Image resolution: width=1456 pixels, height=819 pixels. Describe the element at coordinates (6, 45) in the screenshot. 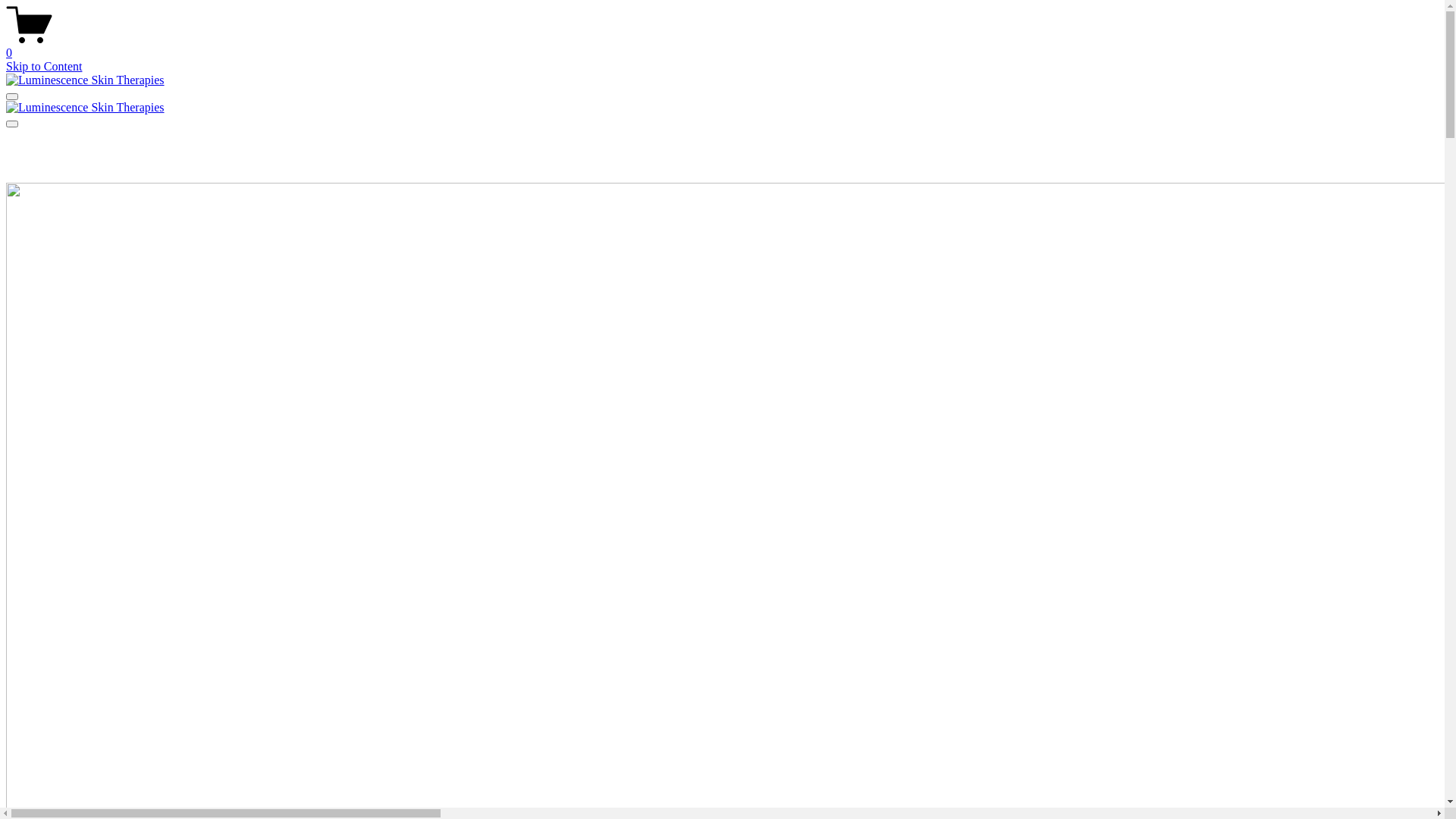

I see `'0'` at that location.